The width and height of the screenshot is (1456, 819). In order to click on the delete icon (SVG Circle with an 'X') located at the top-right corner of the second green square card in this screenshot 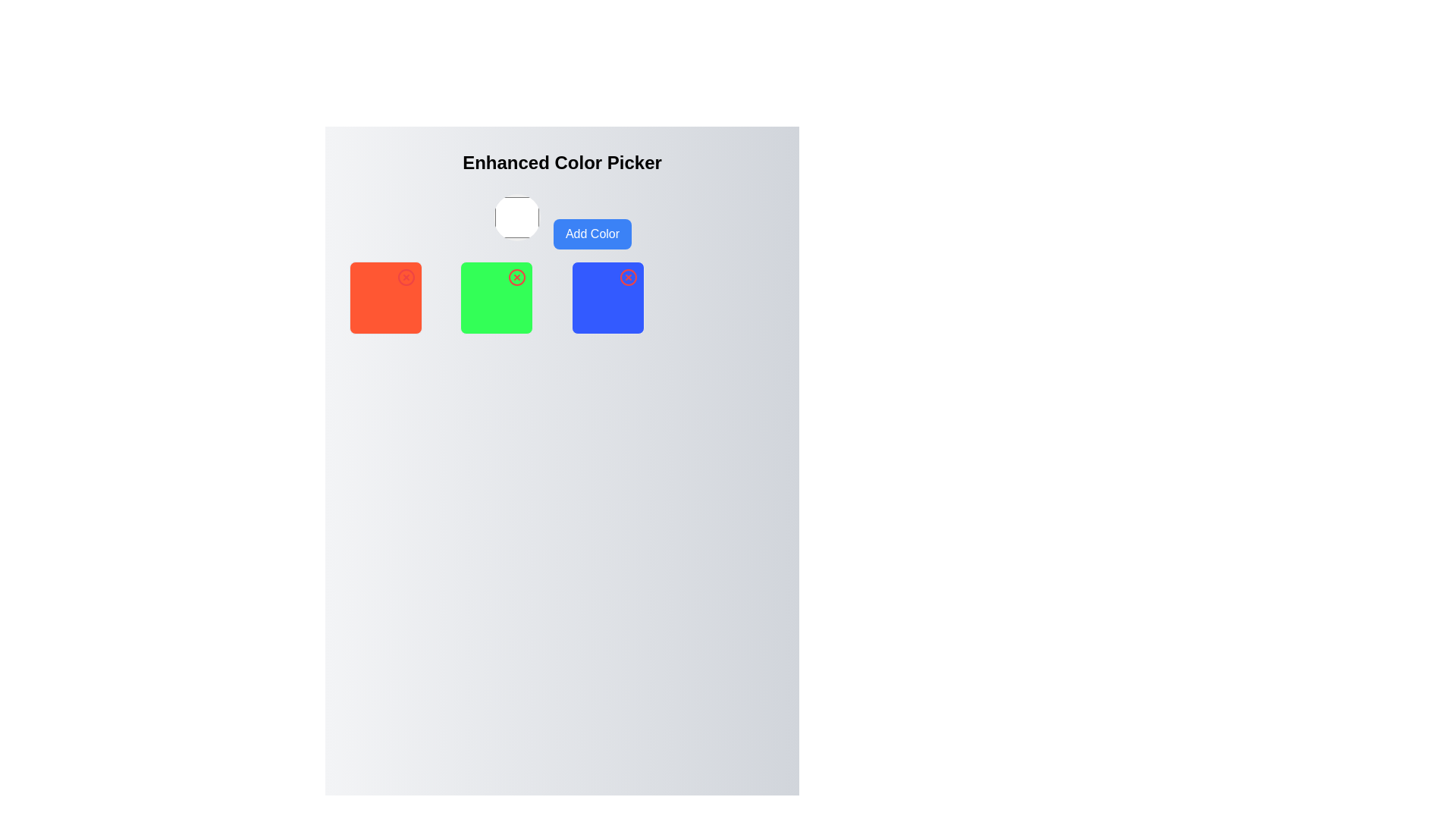, I will do `click(517, 278)`.